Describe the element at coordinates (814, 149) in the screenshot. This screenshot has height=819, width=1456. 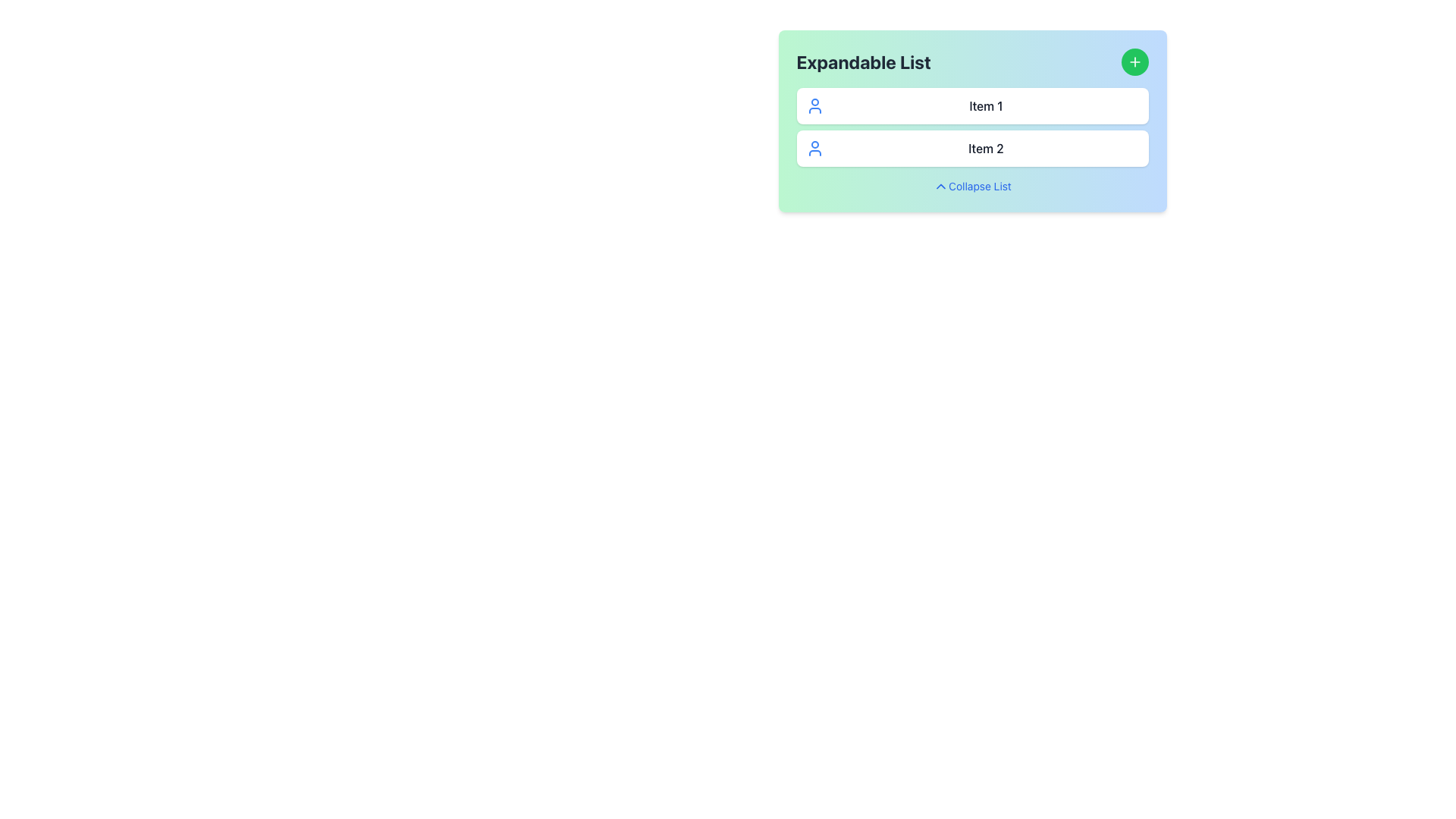
I see `the user icon element depicted with a blue outline style, which is located to the left of the text 'Item 2' in the expandable list titled 'Expandable List'` at that location.